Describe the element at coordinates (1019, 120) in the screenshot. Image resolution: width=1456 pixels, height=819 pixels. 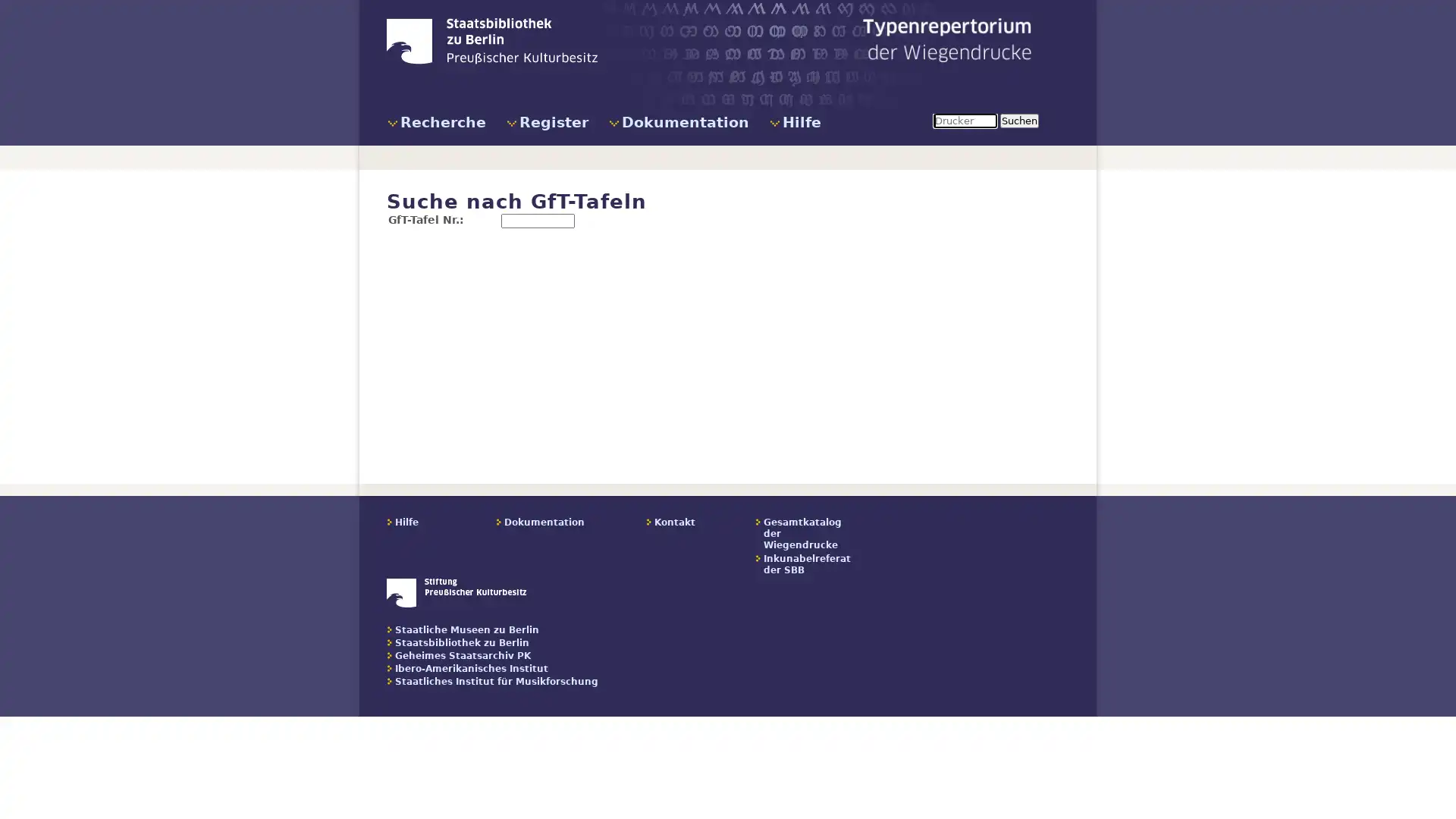
I see `Suchen` at that location.